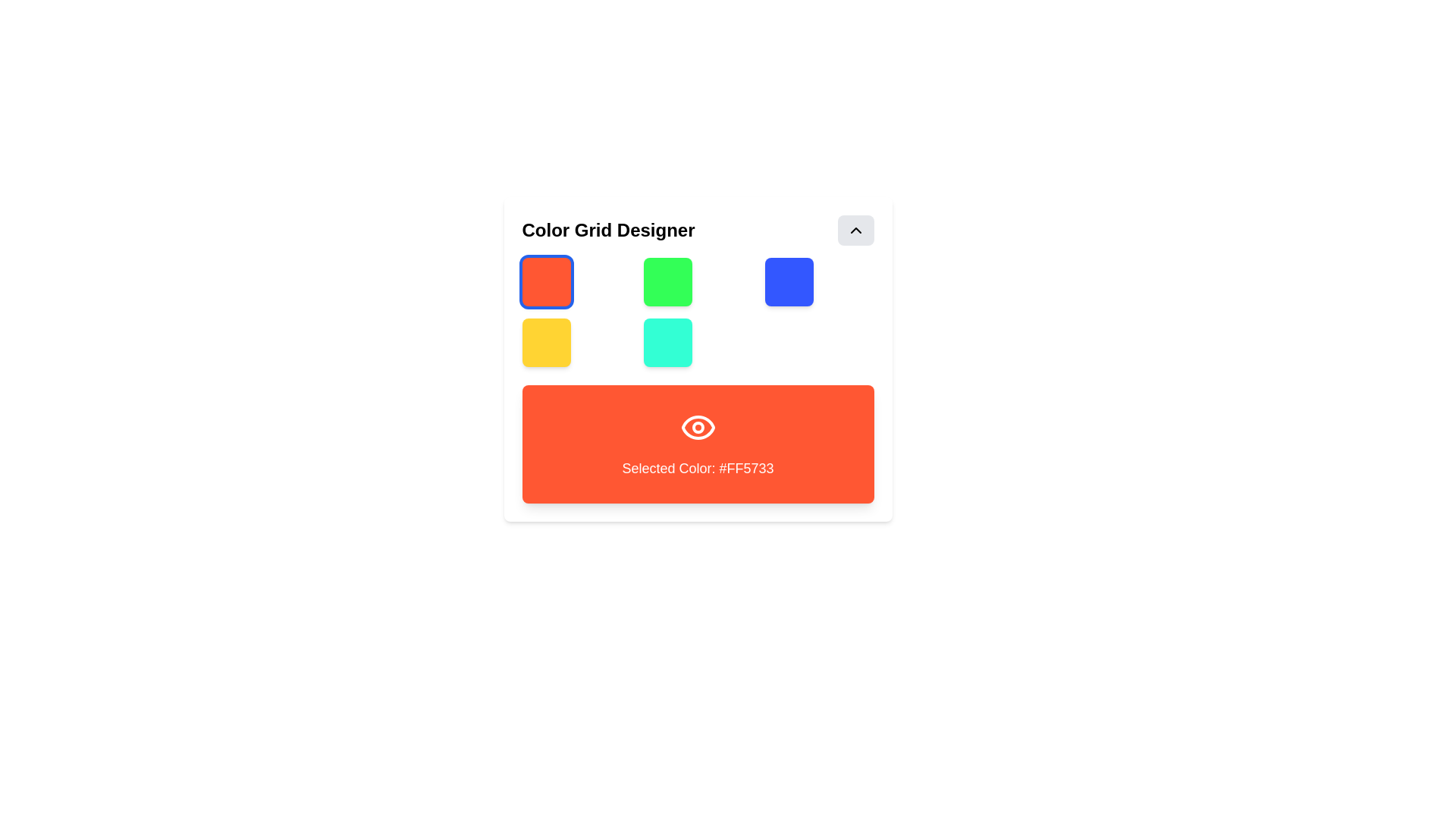  Describe the element at coordinates (608, 231) in the screenshot. I see `the bold, large-sized text displaying 'Color Grid Designer' located at the top-left corner of the interface` at that location.